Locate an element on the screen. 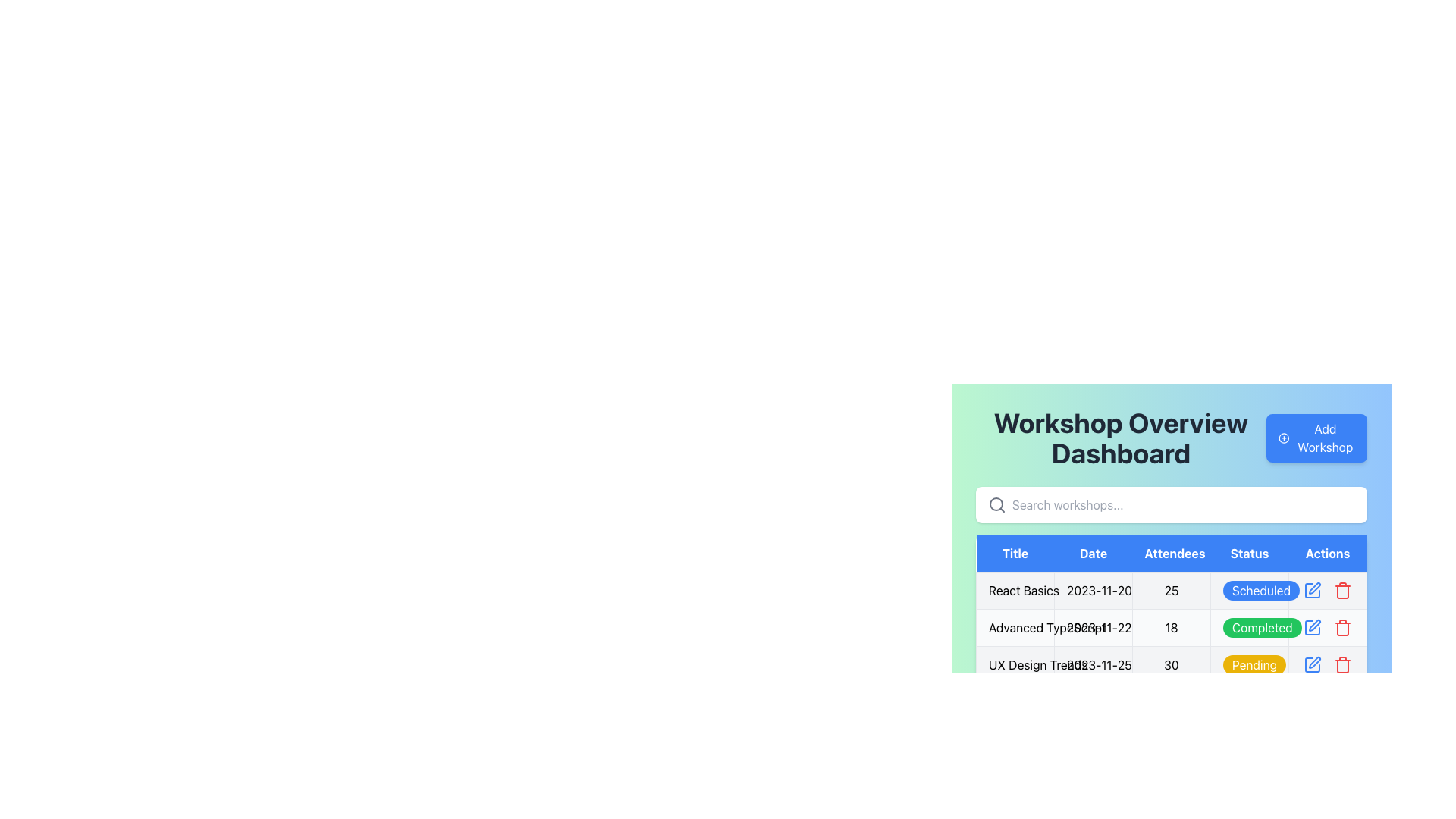  the trash bin icon in the 'Actions' column corresponding to the 'UX Design Trends' workshop to change its color to a darker shade of red is located at coordinates (1343, 664).